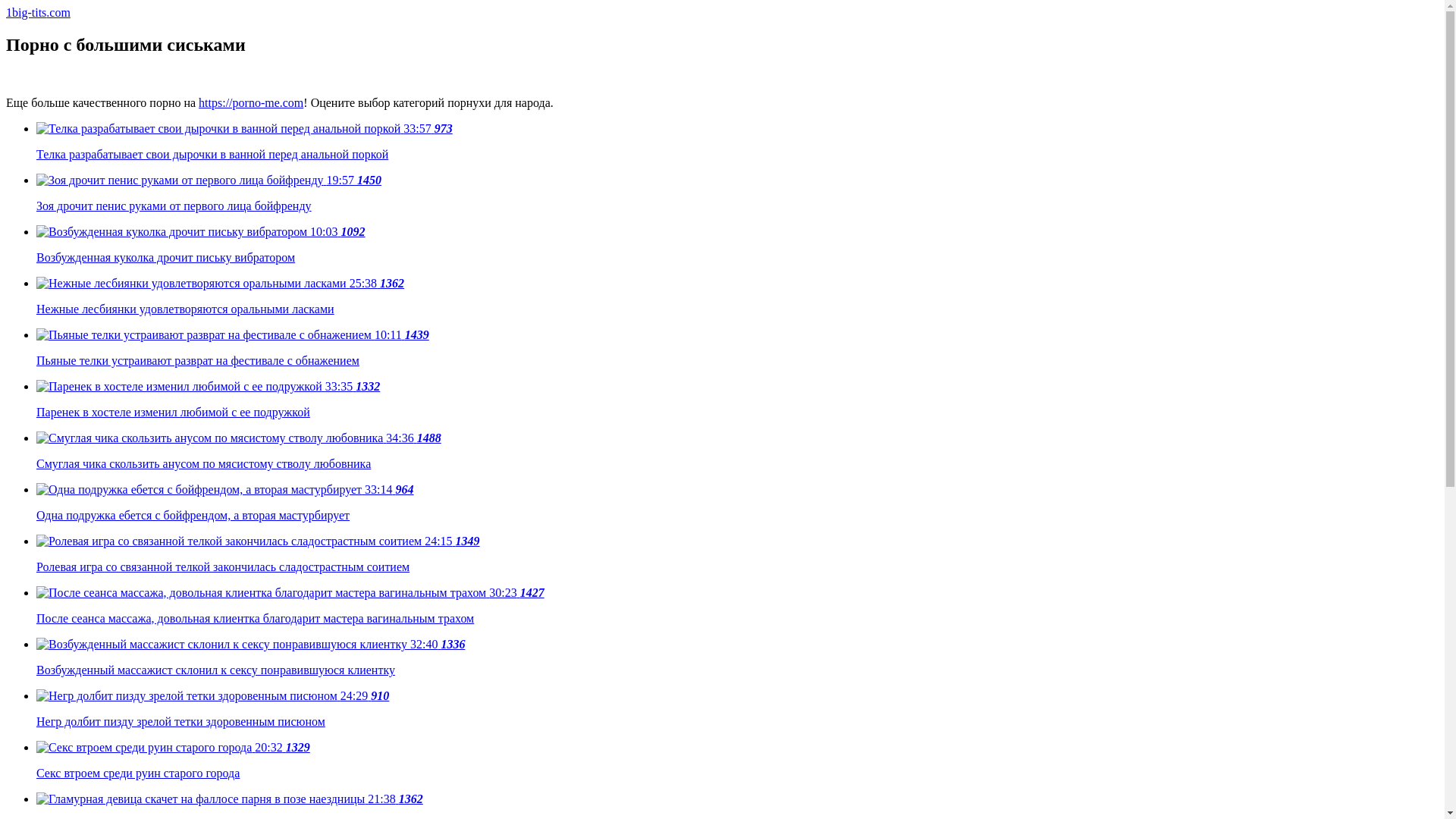  Describe the element at coordinates (38, 12) in the screenshot. I see `'1big-tits.com'` at that location.